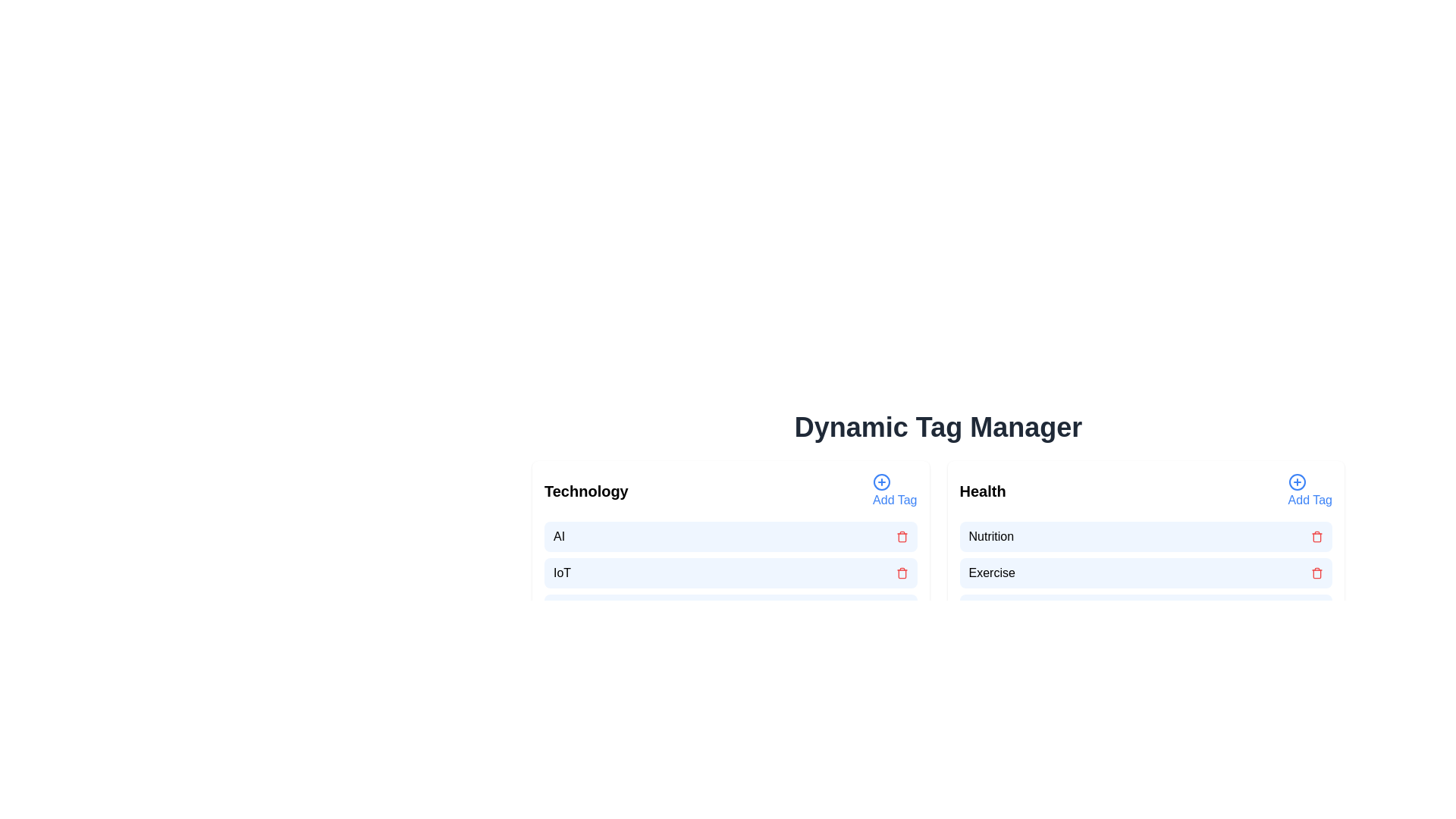 The image size is (1456, 819). What do you see at coordinates (561, 573) in the screenshot?
I see `the 'IoT' text label located in the Technology section, positioned beneath the 'AI' tag` at bounding box center [561, 573].